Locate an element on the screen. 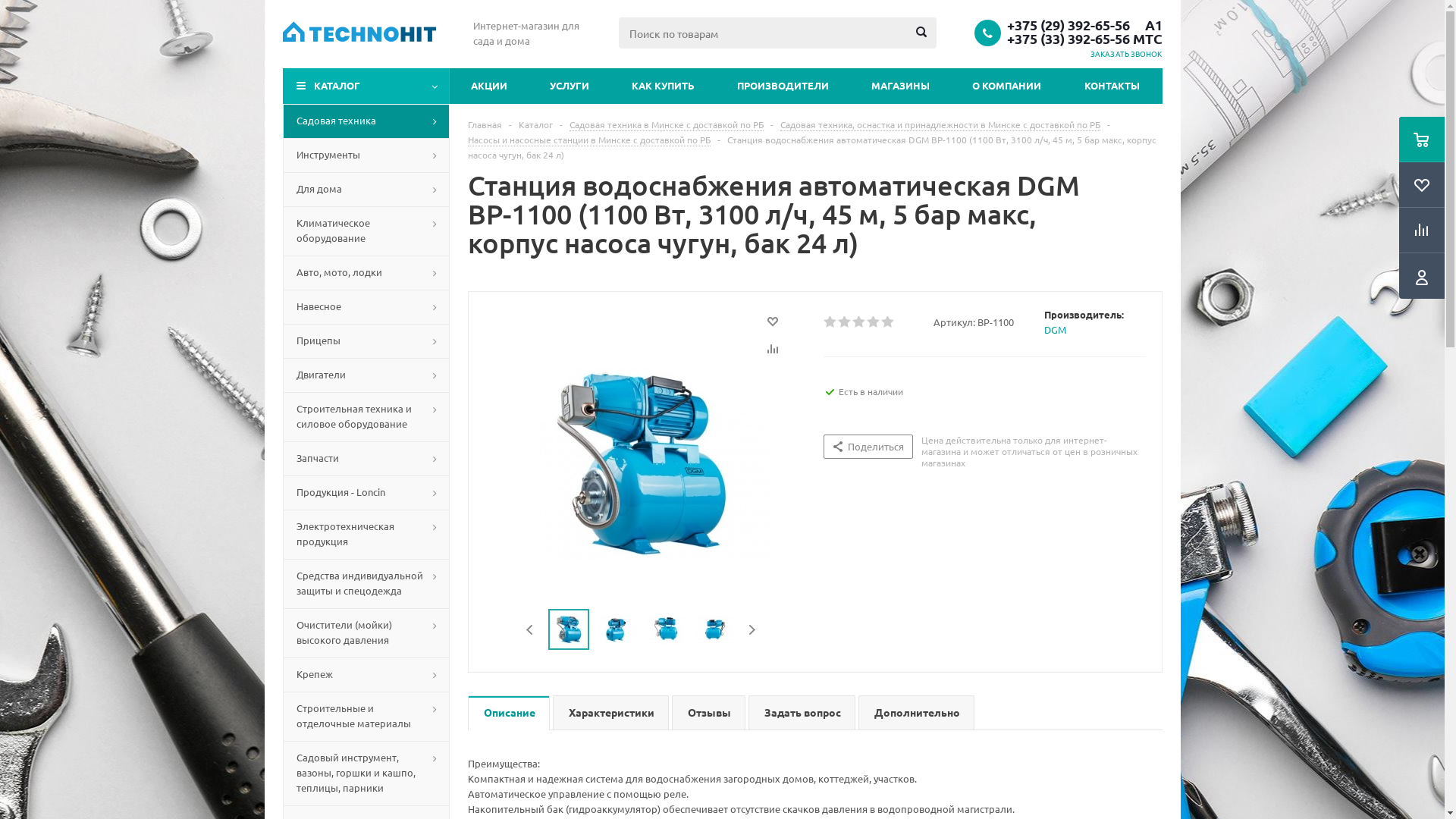 Image resolution: width=1456 pixels, height=819 pixels. '2' is located at coordinates (836, 321).